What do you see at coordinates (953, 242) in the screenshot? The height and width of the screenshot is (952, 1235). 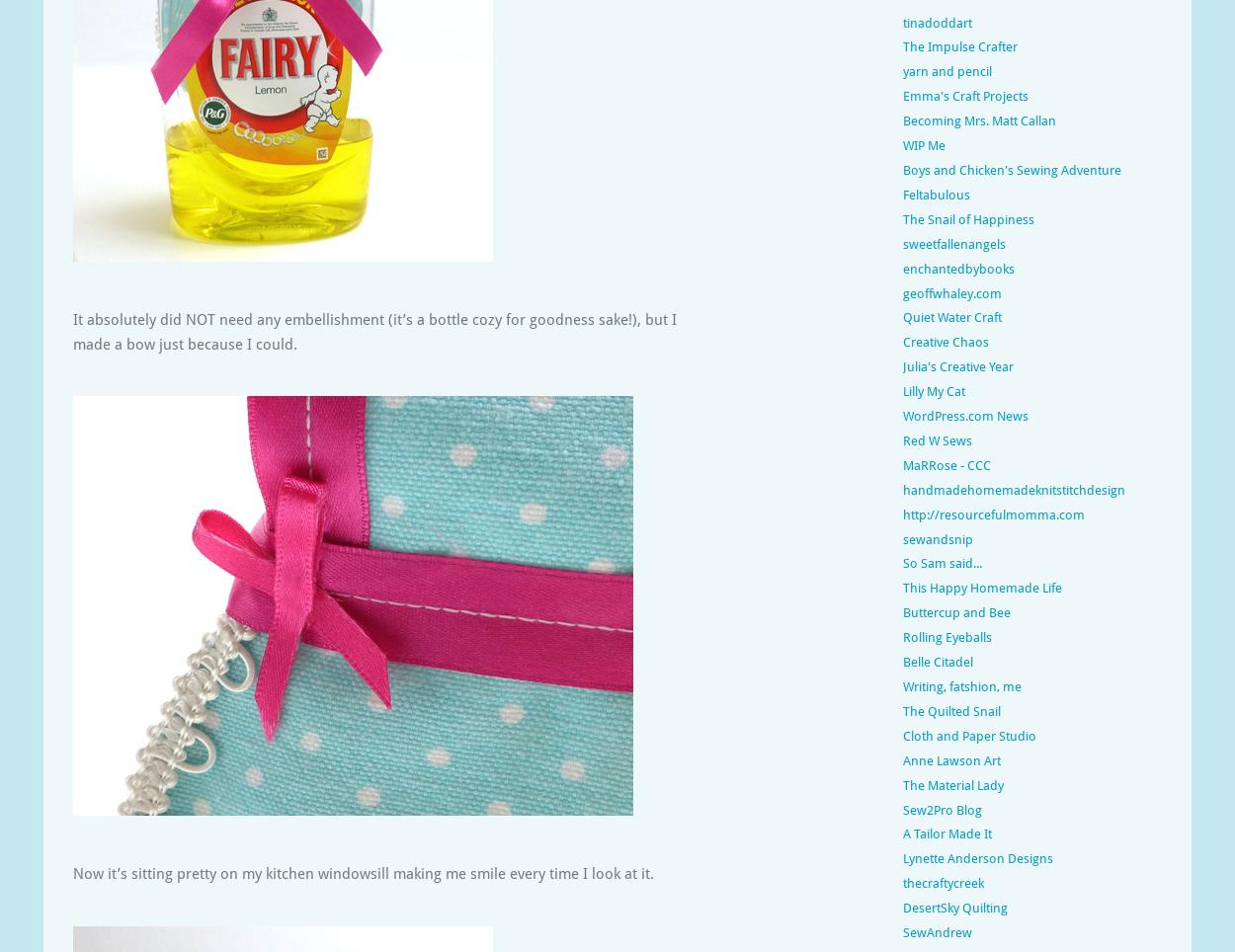 I see `'sweetfallenangels'` at bounding box center [953, 242].